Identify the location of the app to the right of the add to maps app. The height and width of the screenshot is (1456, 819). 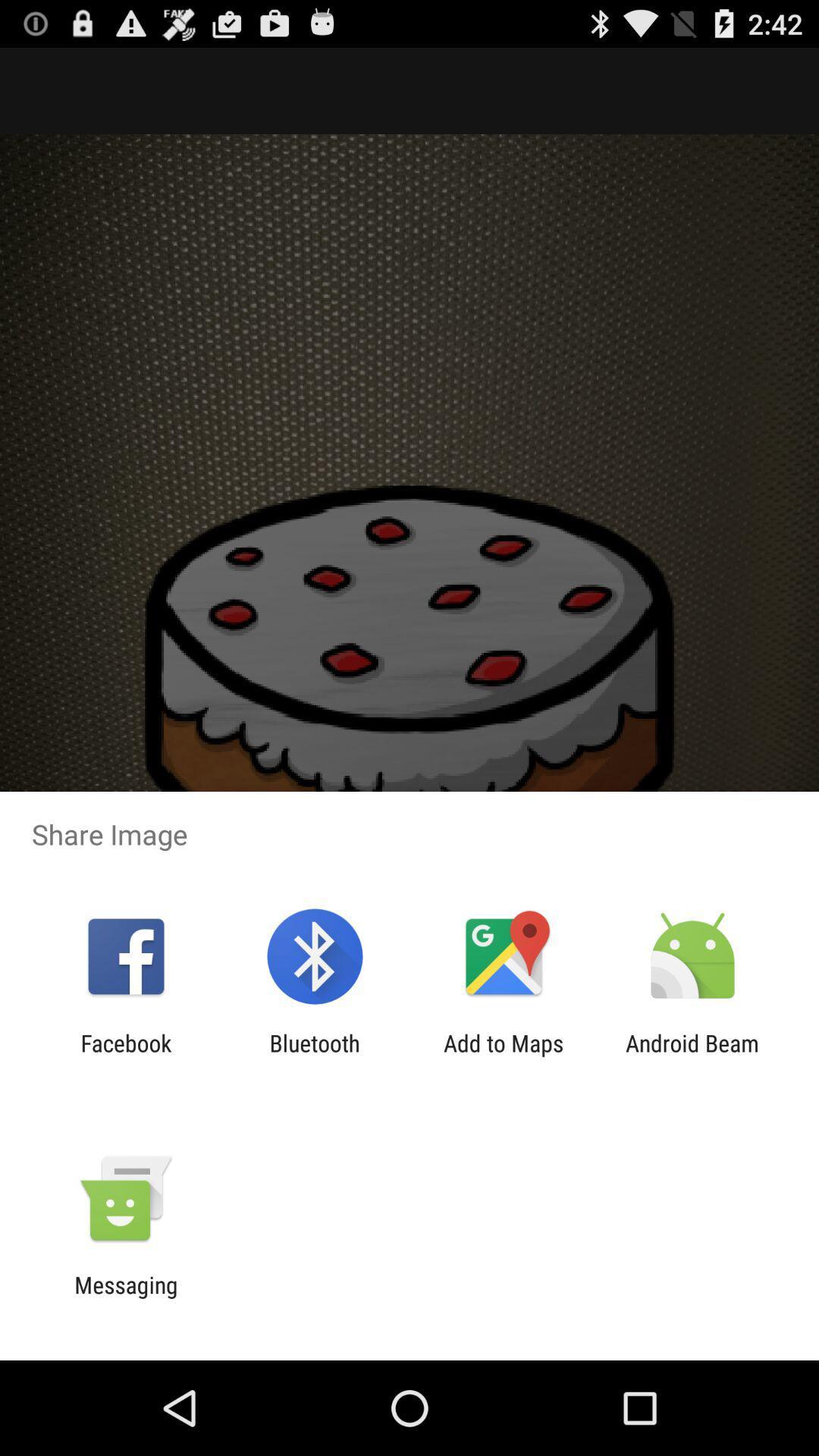
(692, 1056).